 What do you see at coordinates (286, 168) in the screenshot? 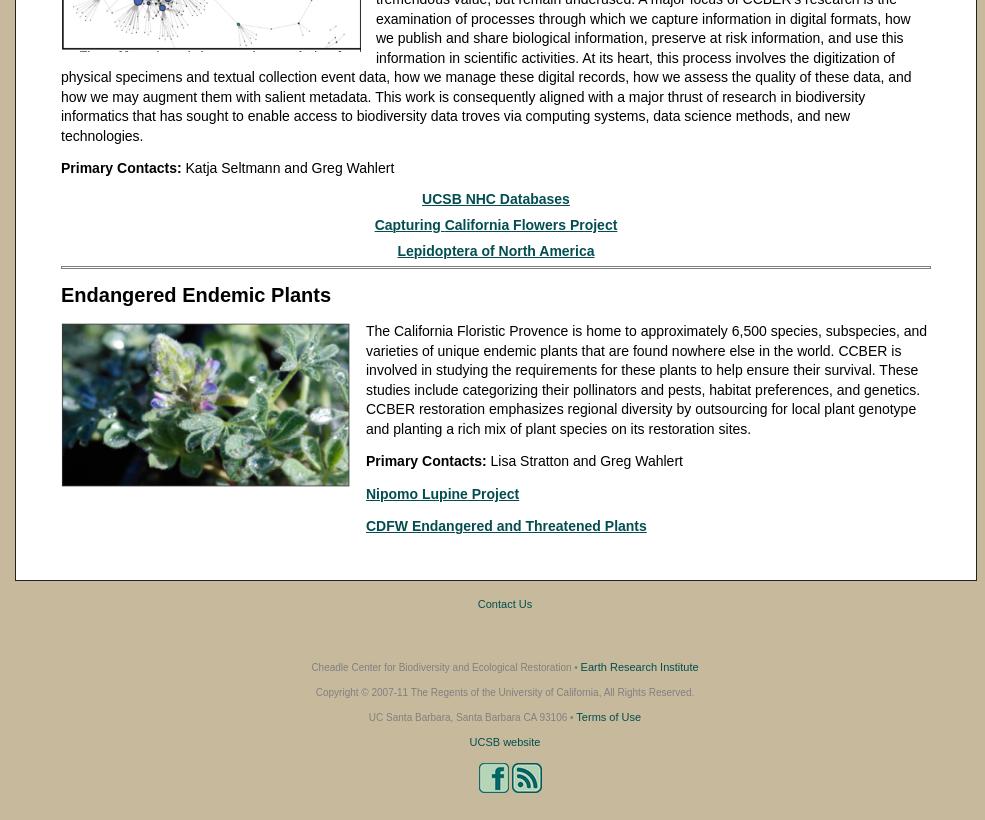
I see `'Katja Seltmann and Greg Wahlert'` at bounding box center [286, 168].